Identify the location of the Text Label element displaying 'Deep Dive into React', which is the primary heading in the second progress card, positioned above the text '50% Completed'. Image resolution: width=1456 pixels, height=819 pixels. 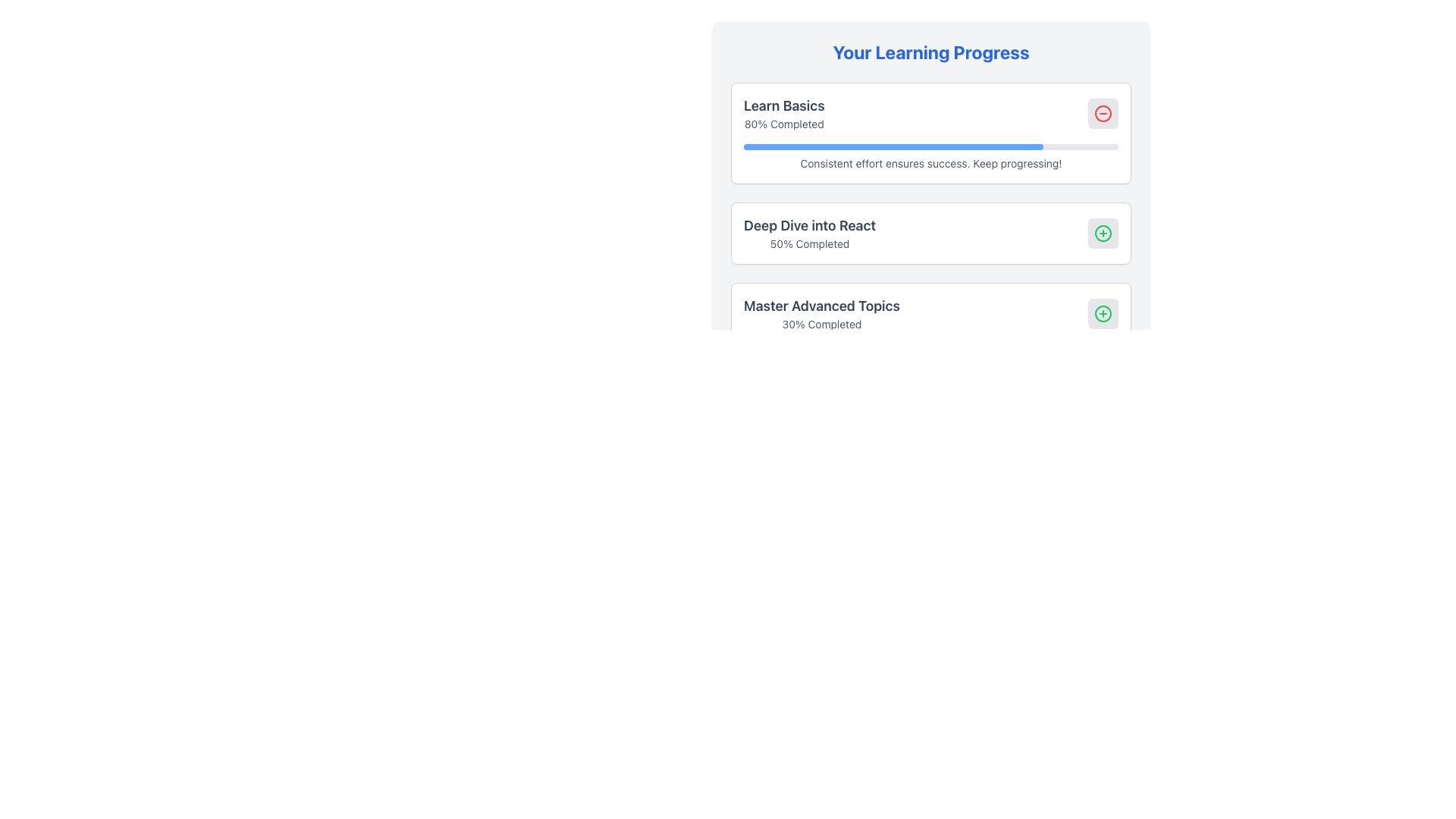
(809, 225).